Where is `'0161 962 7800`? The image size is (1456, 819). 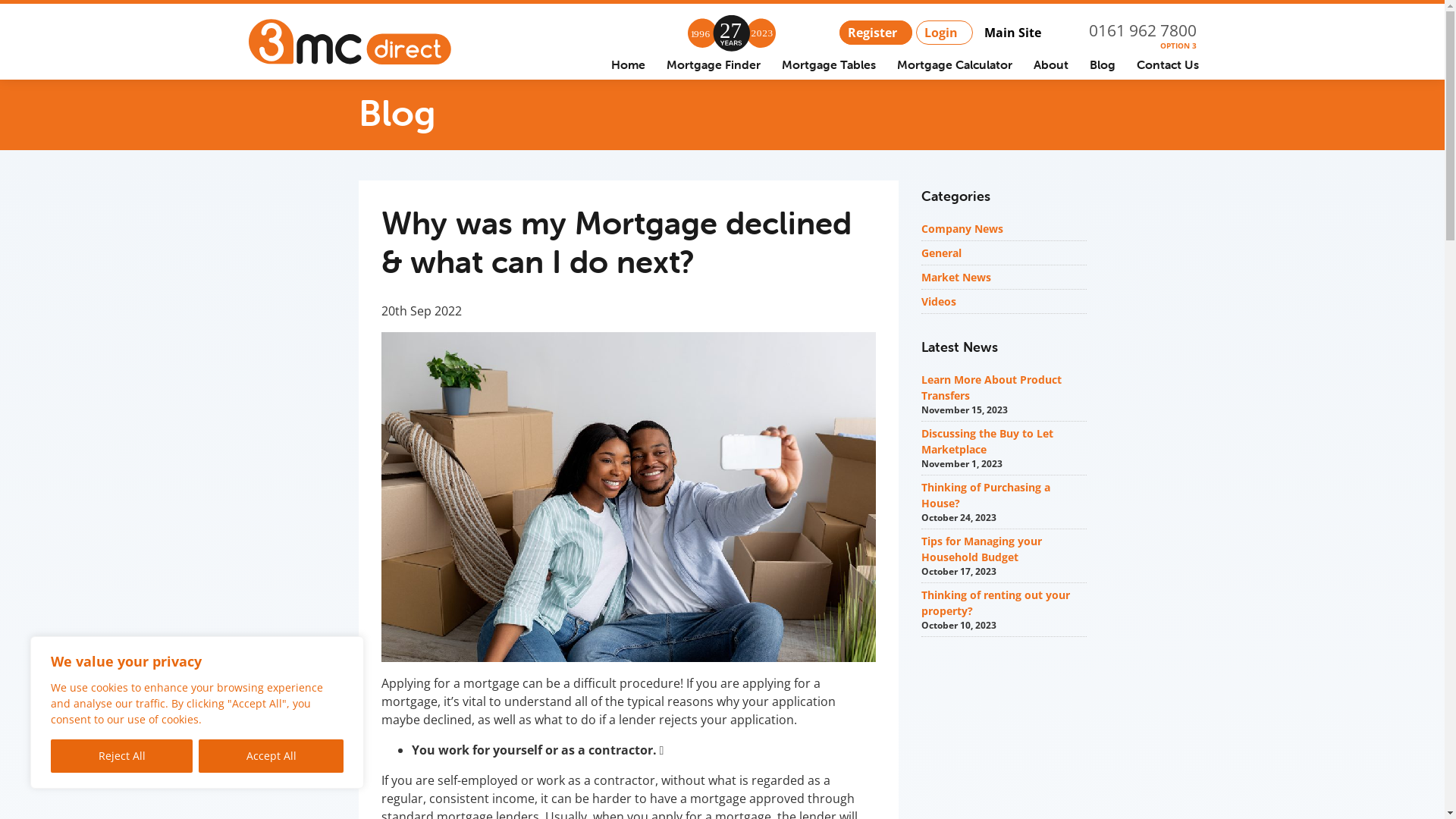
'0161 962 7800 is located at coordinates (1087, 31).